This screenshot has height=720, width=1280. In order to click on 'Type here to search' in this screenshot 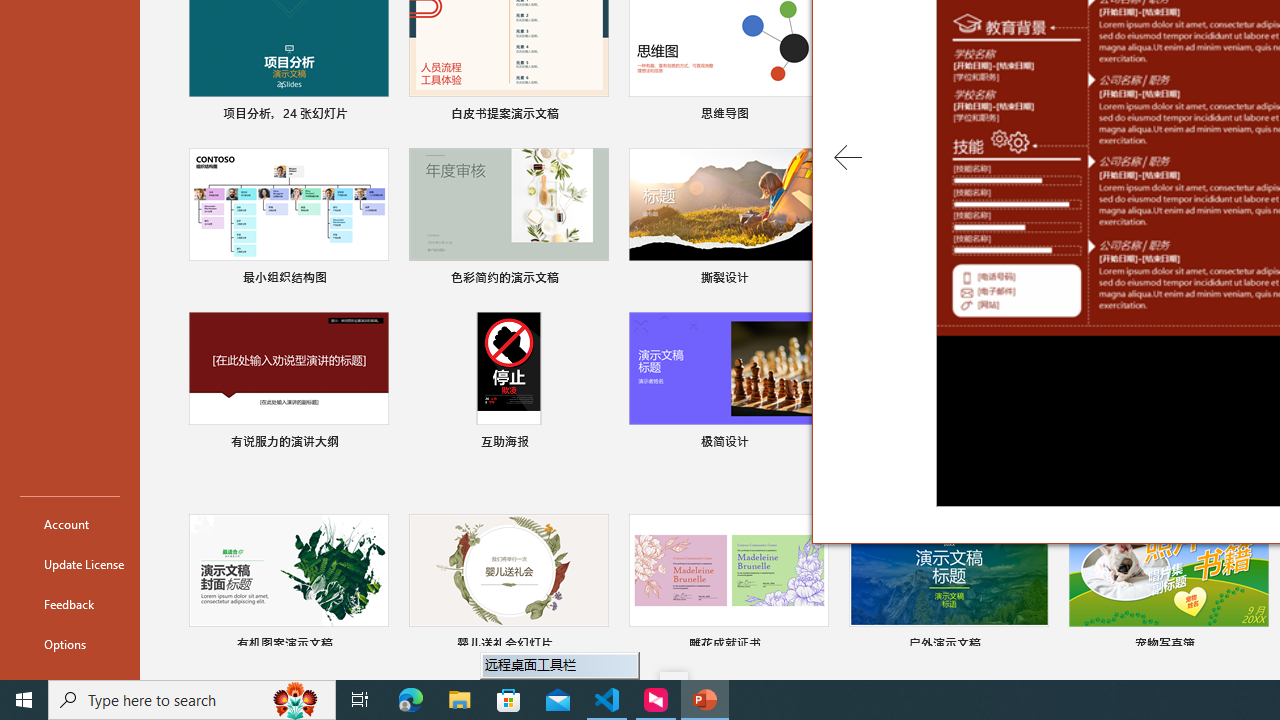, I will do `click(192, 698)`.